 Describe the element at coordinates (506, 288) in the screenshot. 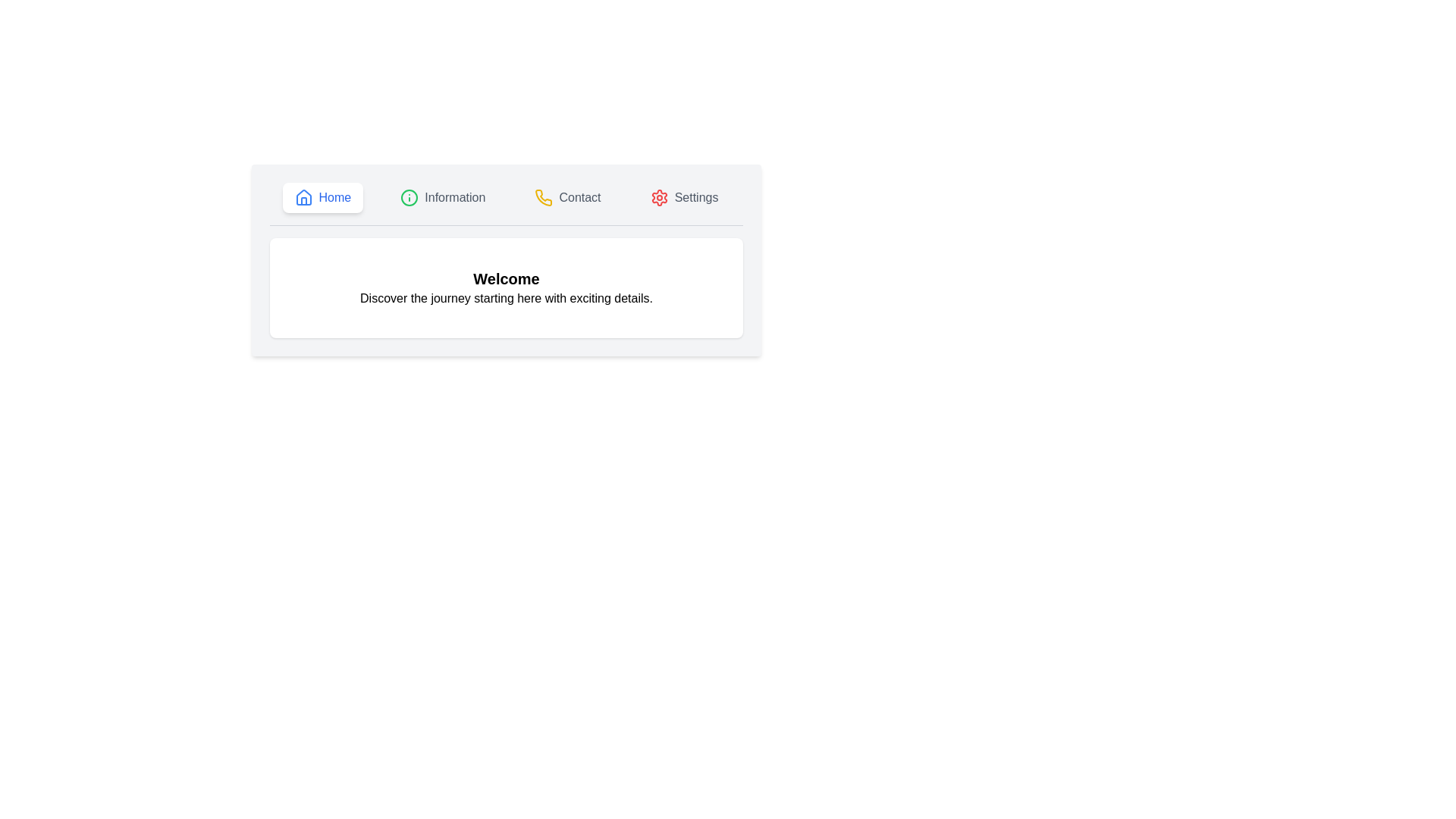

I see `welcoming message and additional information displayed in the text section located below the navigation bar` at that location.